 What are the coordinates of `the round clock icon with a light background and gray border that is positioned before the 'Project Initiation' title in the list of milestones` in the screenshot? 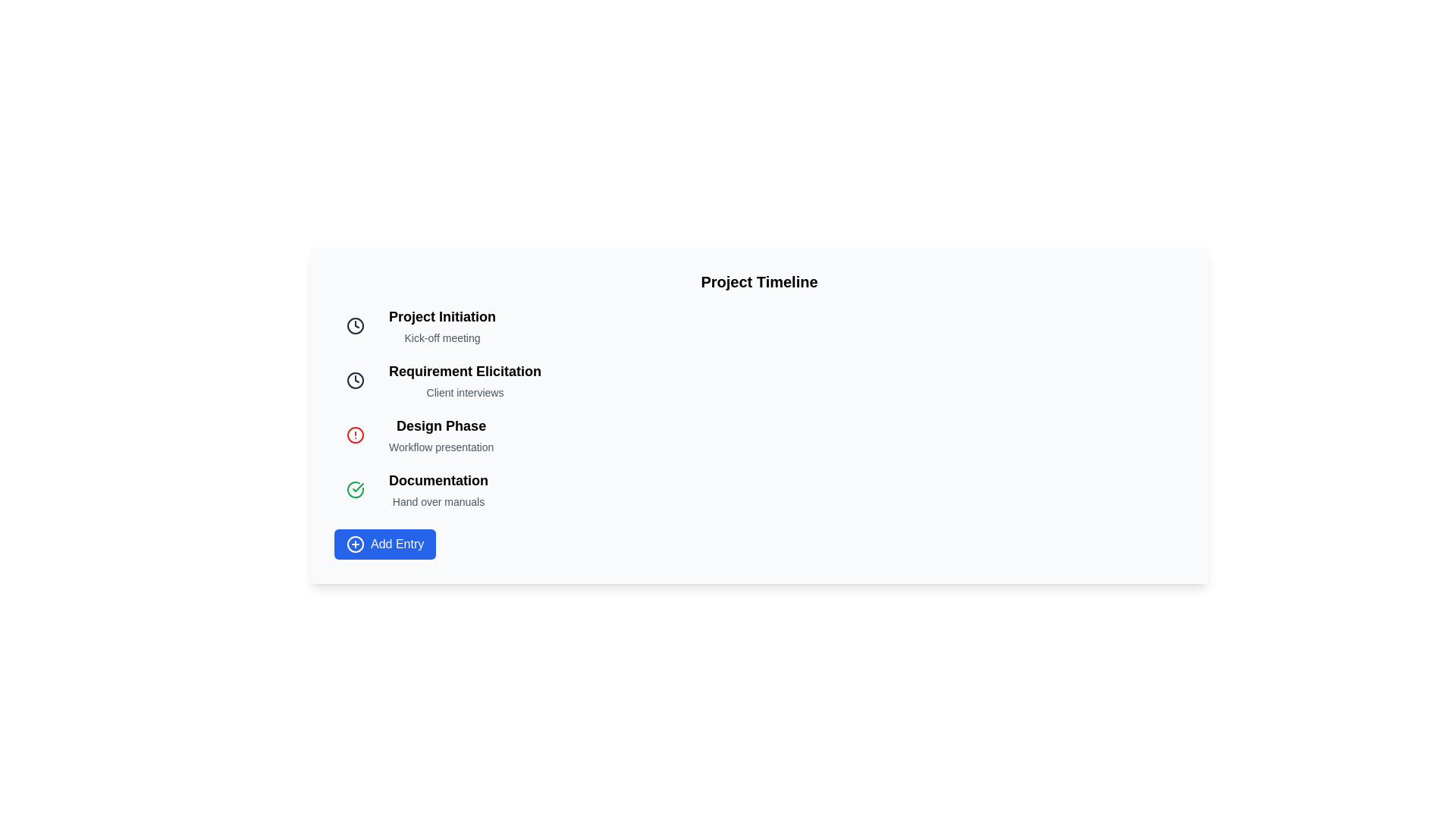 It's located at (355, 325).